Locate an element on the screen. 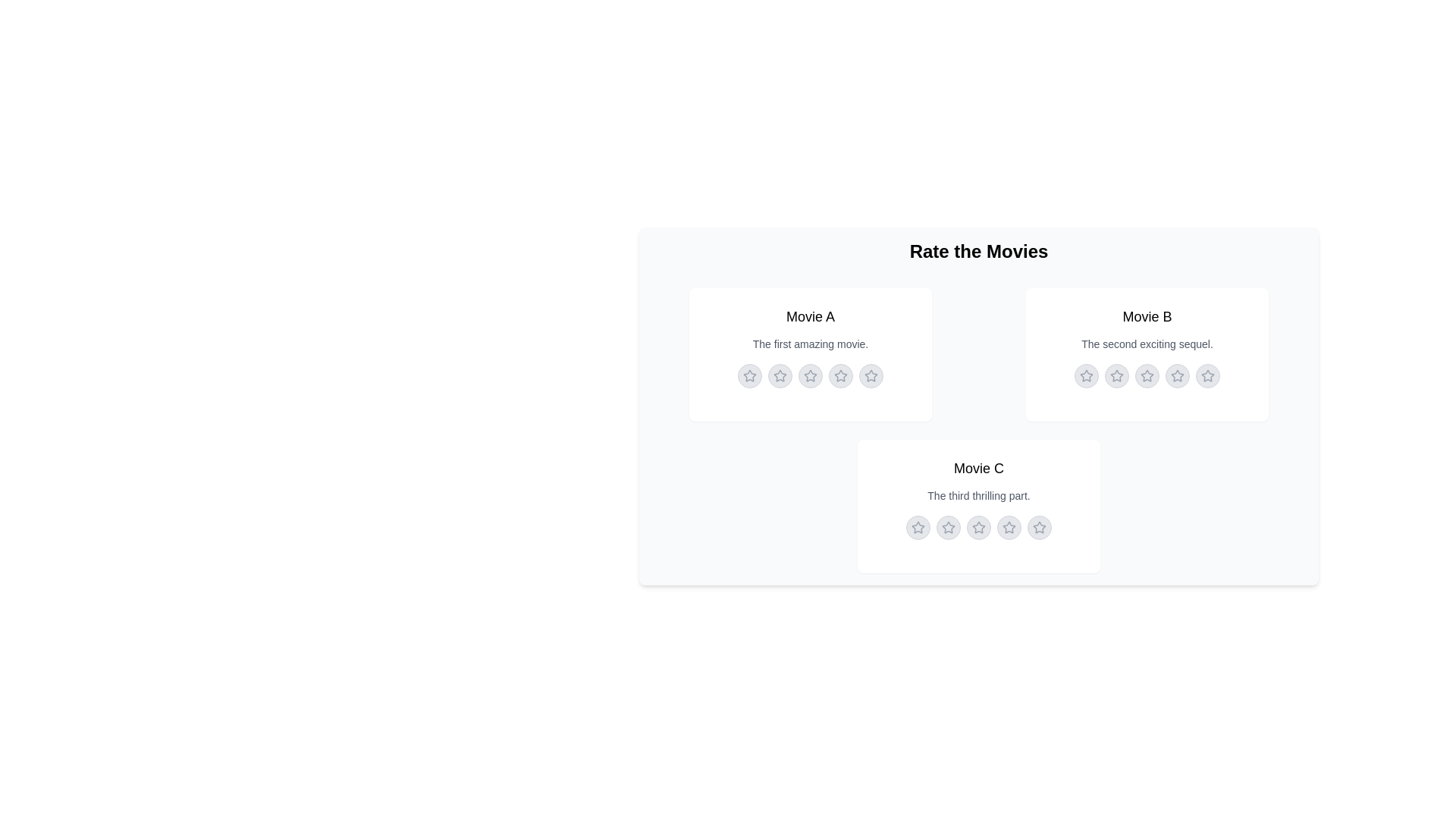 The image size is (1456, 819). the fourth star icon in the rating system under the 'Movie A' card is located at coordinates (839, 375).